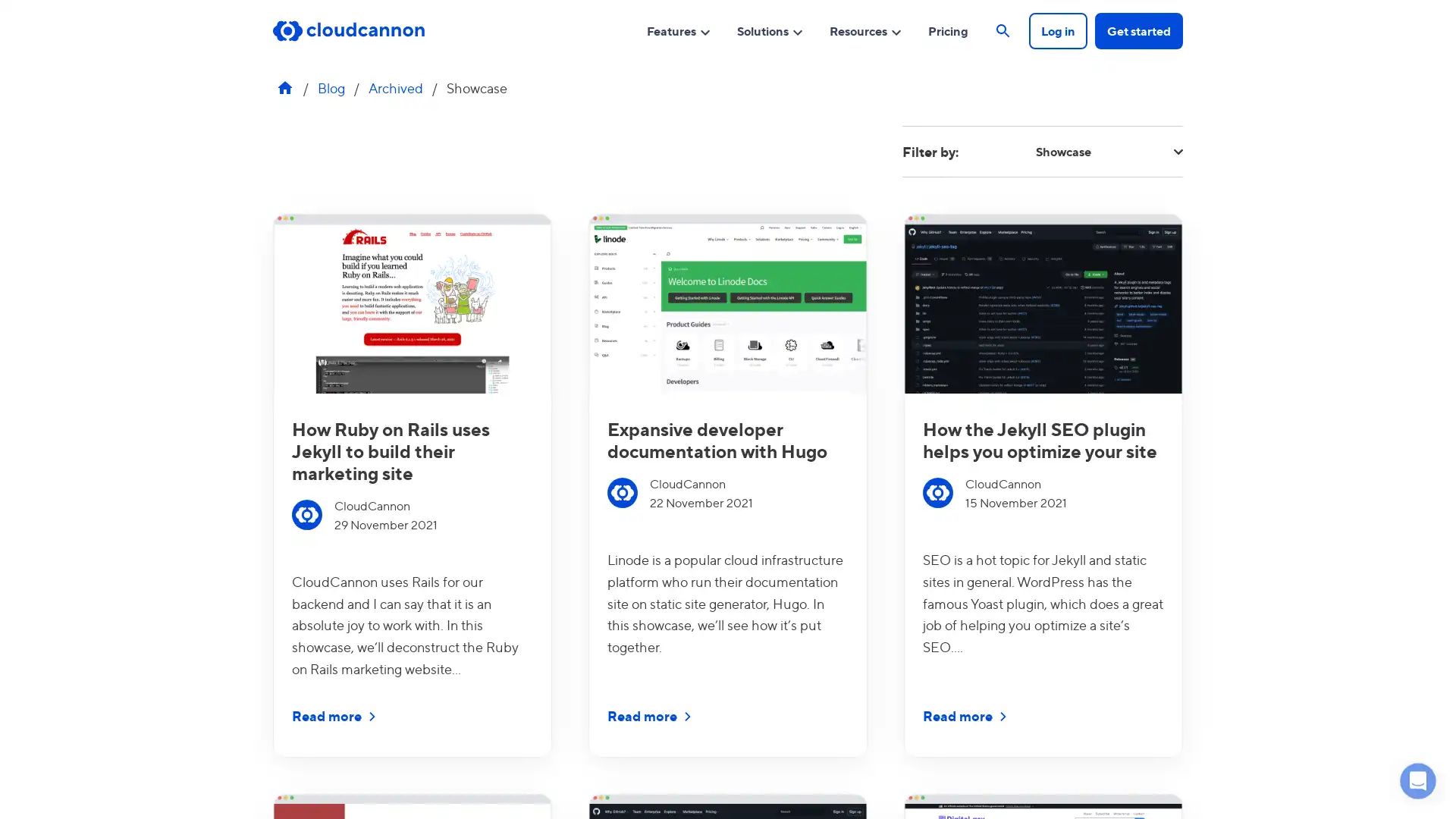  What do you see at coordinates (678, 30) in the screenshot?
I see `Features` at bounding box center [678, 30].